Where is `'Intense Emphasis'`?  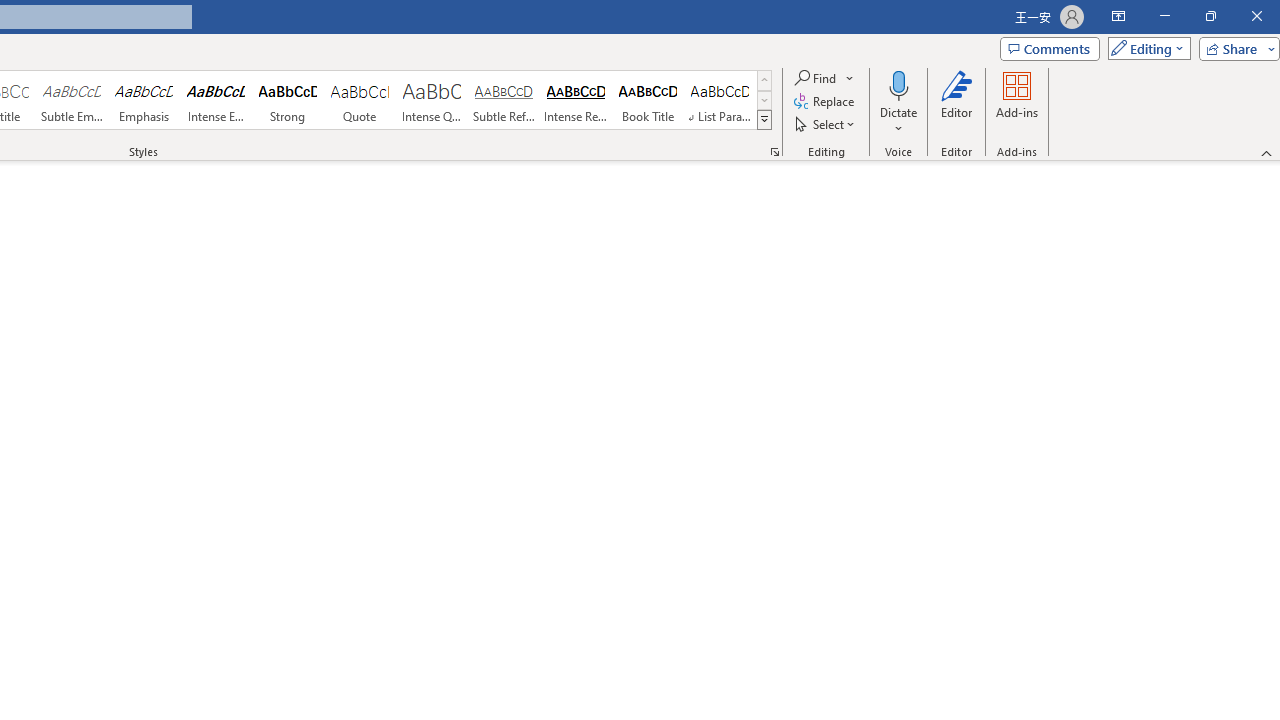
'Intense Emphasis' is located at coordinates (216, 100).